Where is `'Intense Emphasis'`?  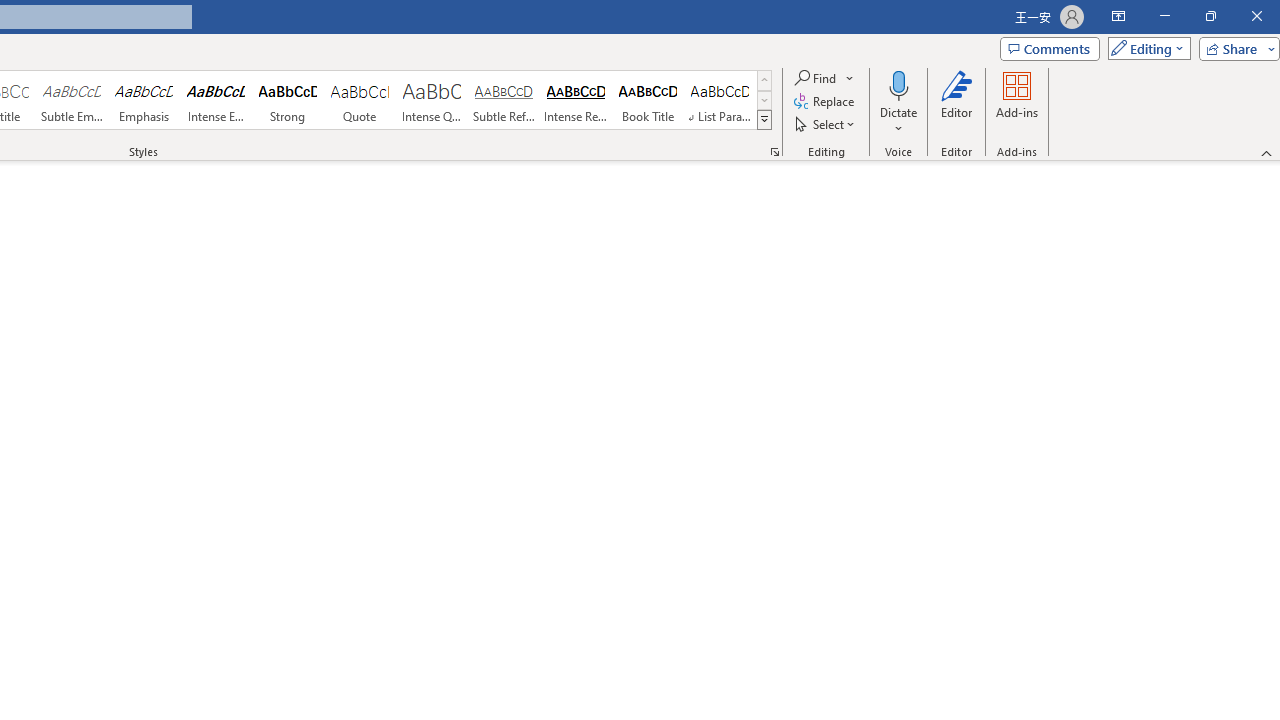
'Intense Emphasis' is located at coordinates (216, 100).